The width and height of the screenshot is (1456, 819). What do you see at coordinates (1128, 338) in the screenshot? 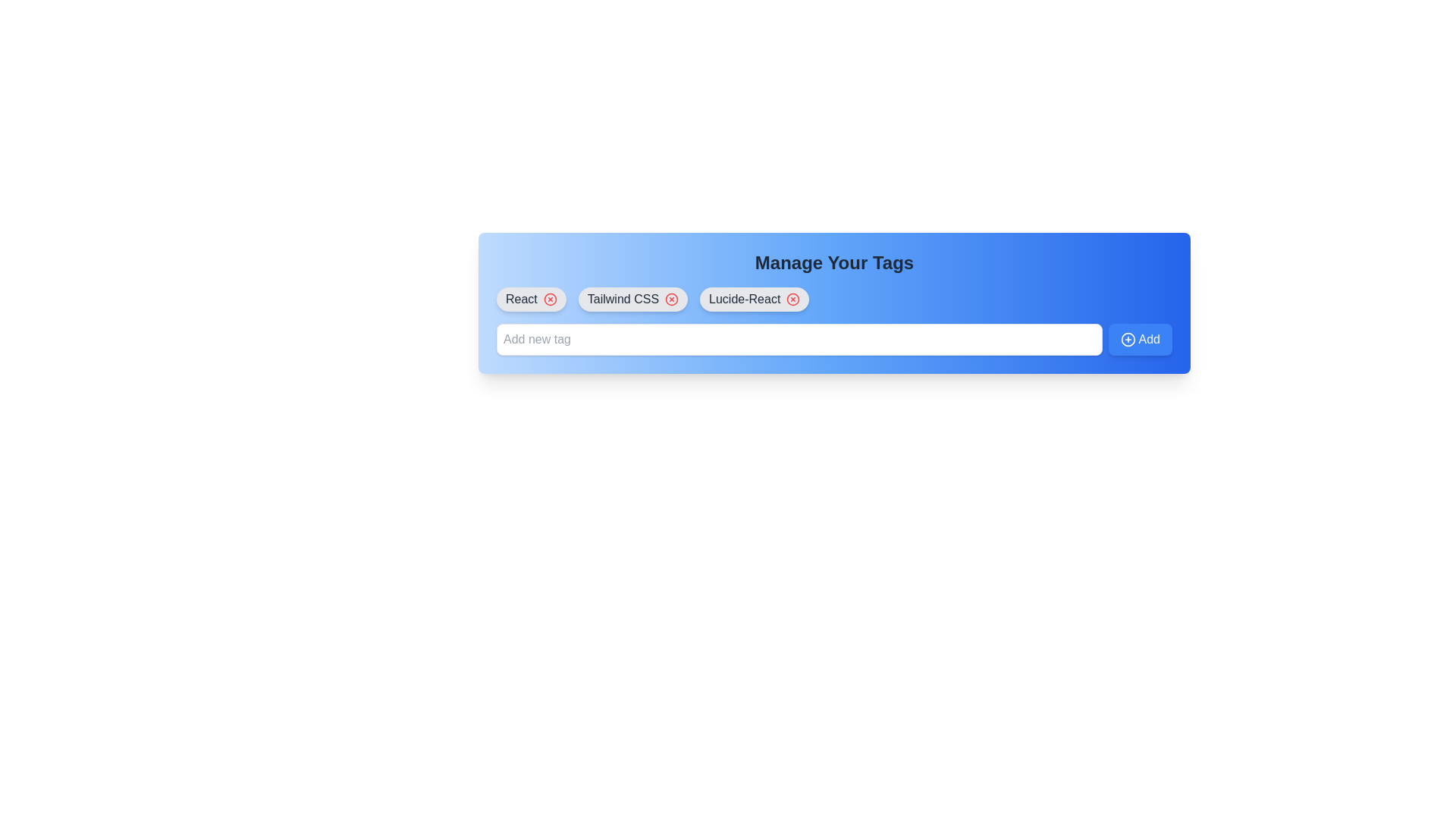
I see `the icon on the 'Add' button located to the left of the text 'Add'` at bounding box center [1128, 338].